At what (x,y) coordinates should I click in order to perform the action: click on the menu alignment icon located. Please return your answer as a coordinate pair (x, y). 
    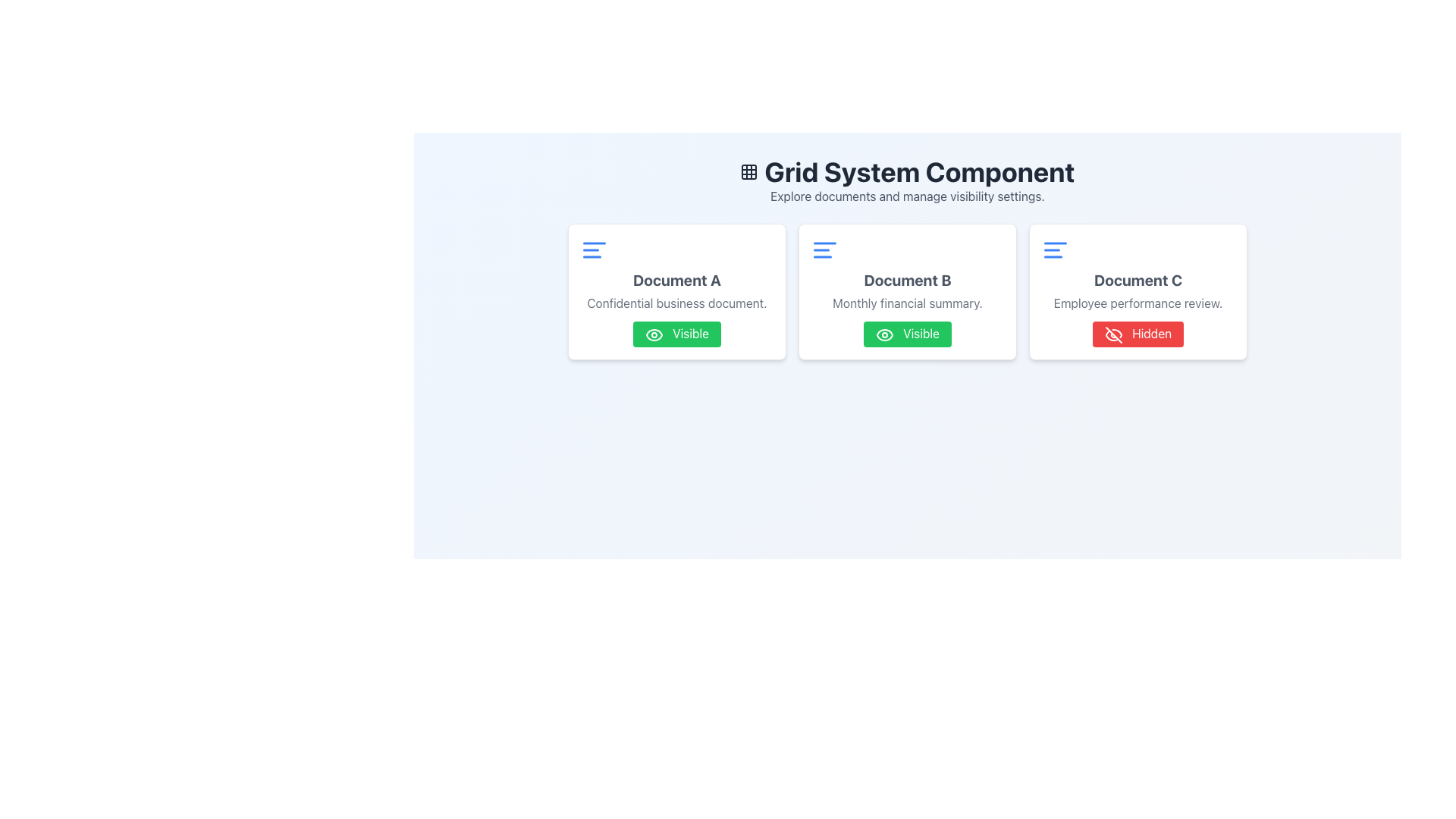
    Looking at the image, I should click on (1055, 249).